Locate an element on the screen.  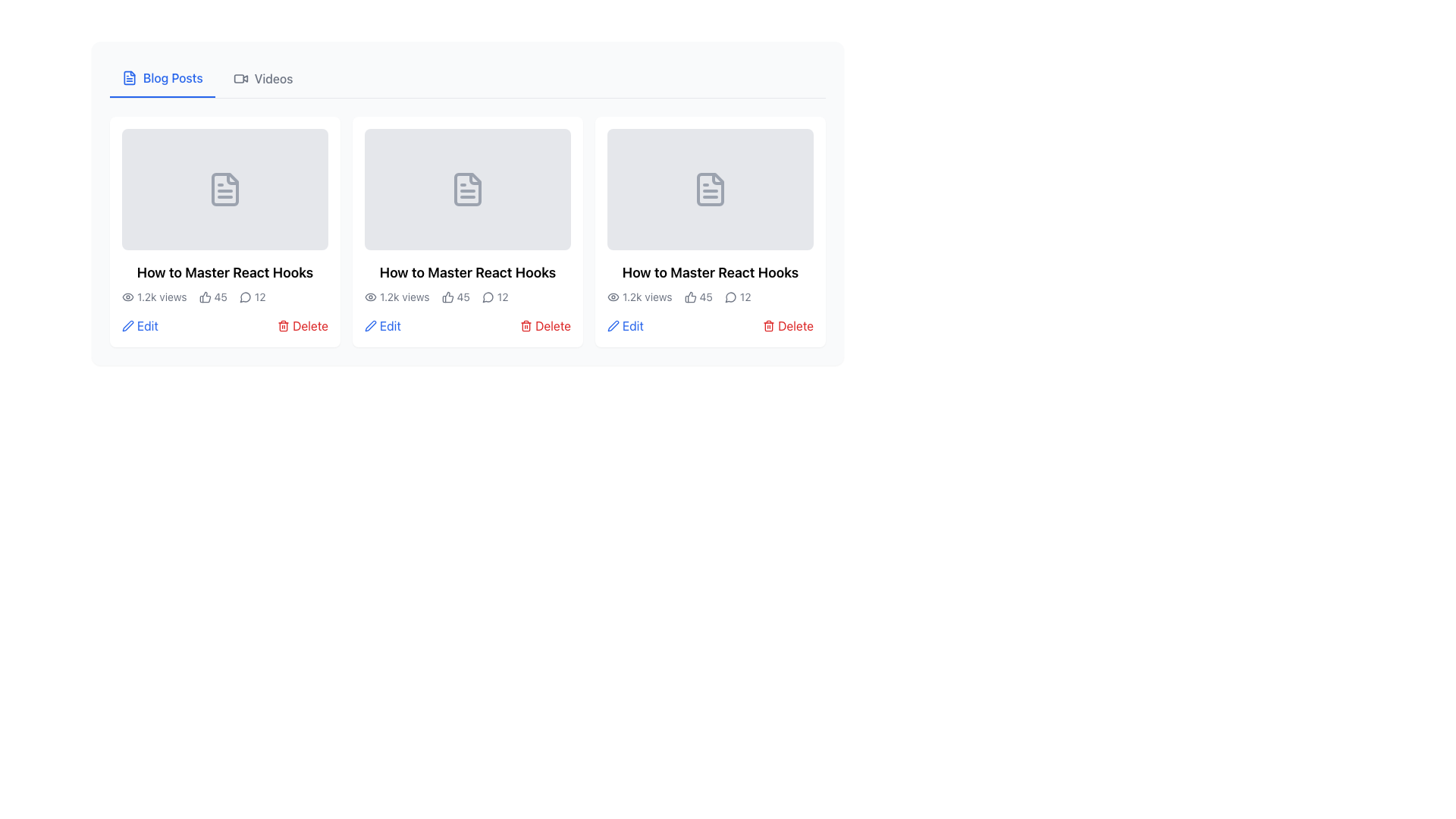
the delete icon located within the 'Delete' button of the third item in the list, which visually represents the delete action is located at coordinates (284, 325).